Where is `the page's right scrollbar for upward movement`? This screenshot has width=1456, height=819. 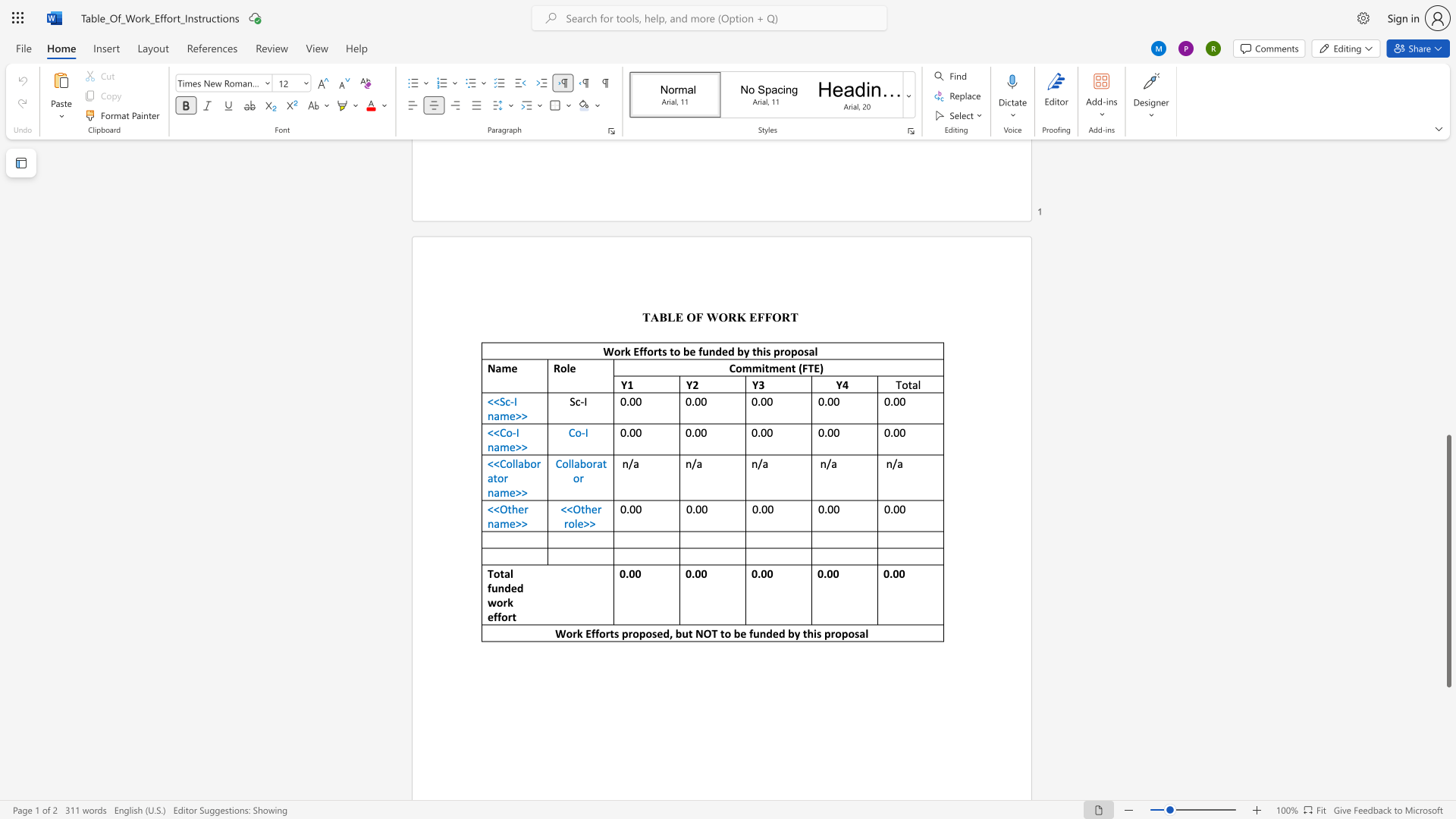 the page's right scrollbar for upward movement is located at coordinates (1448, 348).